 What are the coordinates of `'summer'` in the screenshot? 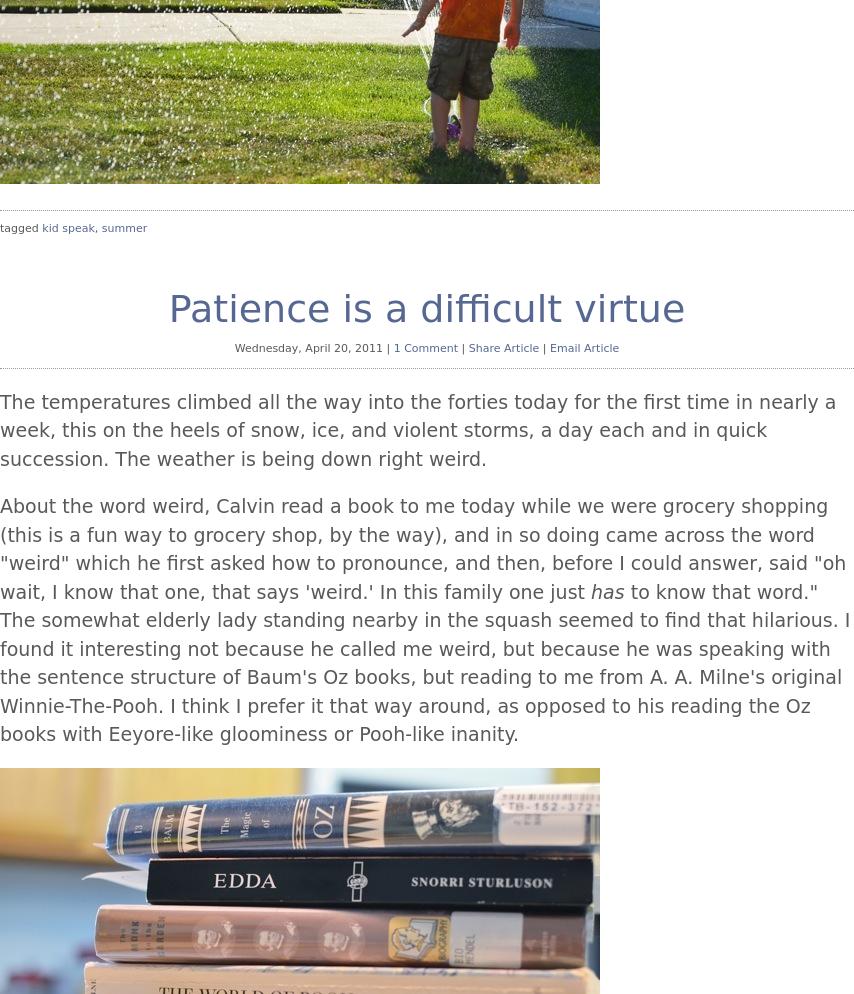 It's located at (123, 228).